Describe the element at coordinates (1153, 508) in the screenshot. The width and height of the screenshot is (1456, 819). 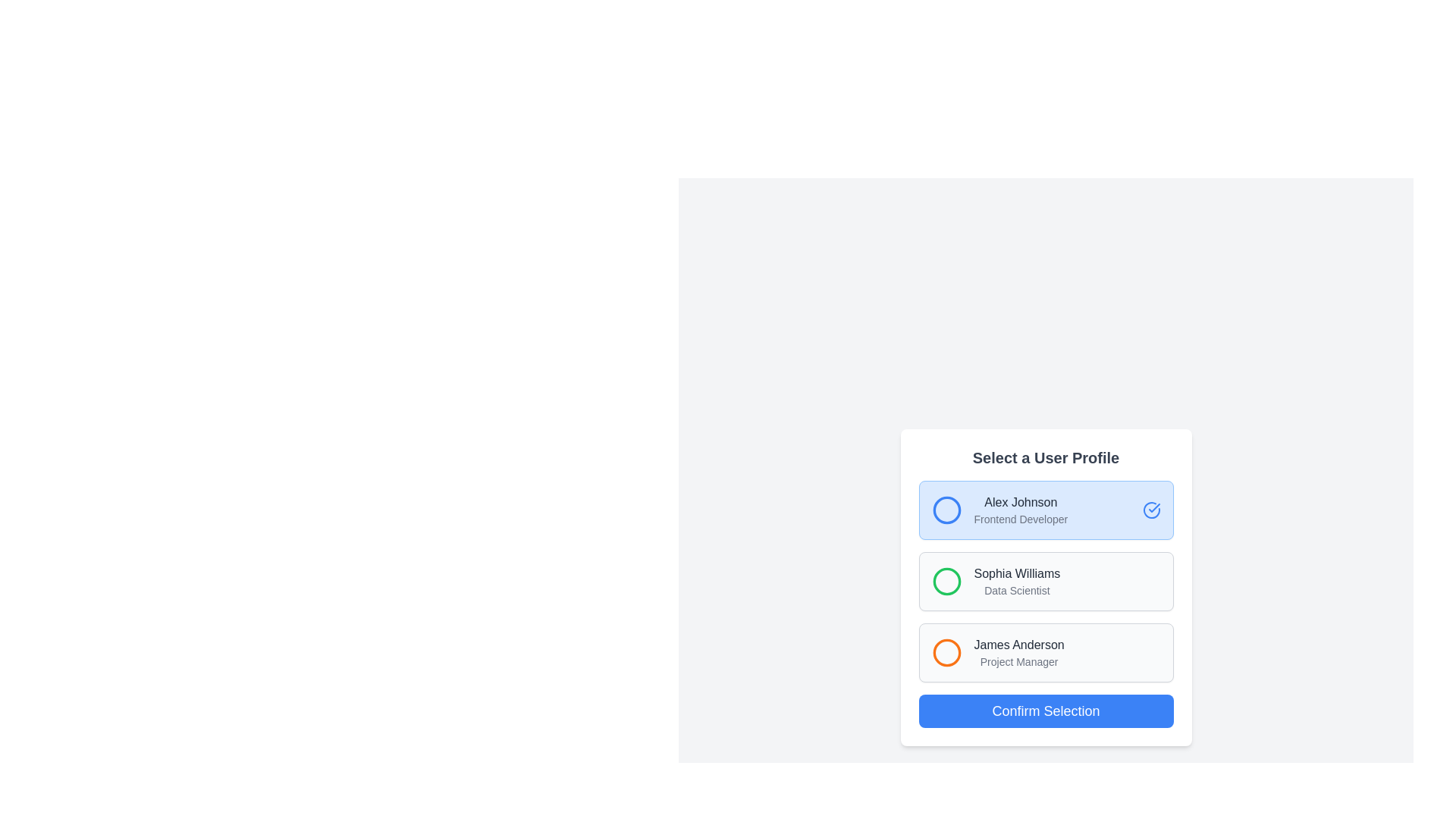
I see `the checkmark icon within the user profile card titled 'Alex Johnson - Frontend Developer', located near the right edge of the card` at that location.